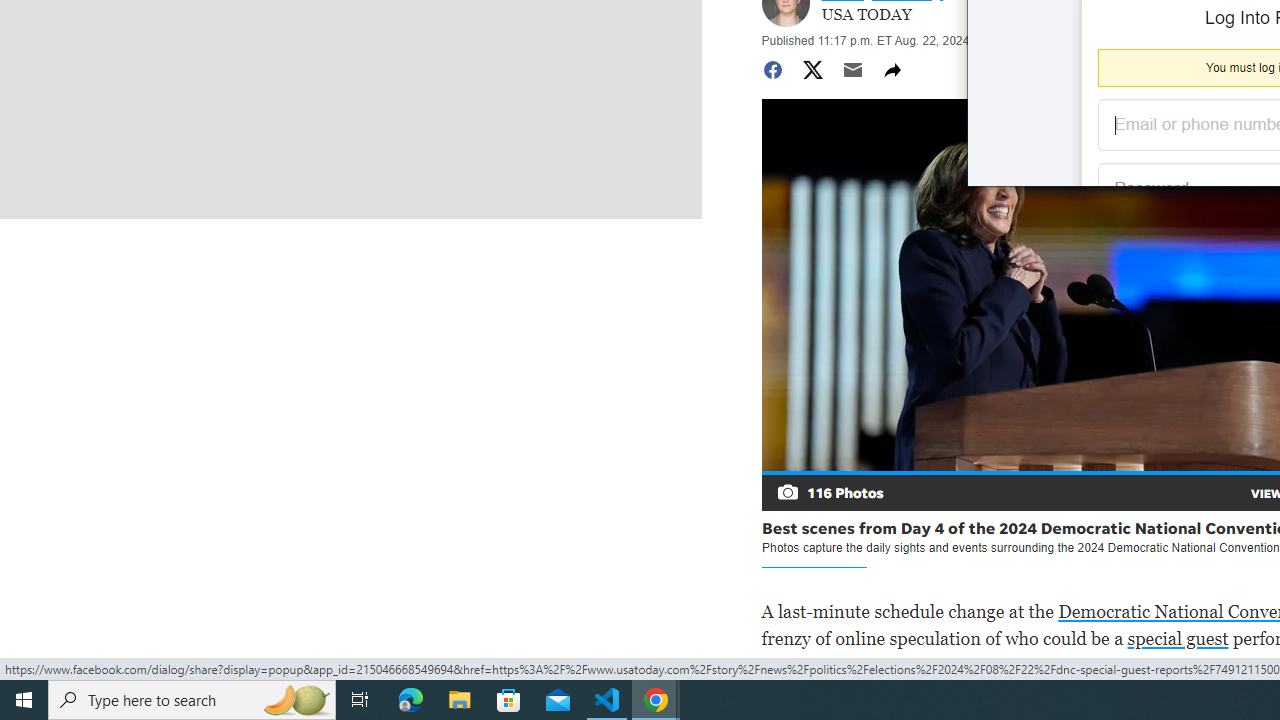 The height and width of the screenshot is (720, 1280). What do you see at coordinates (606, 698) in the screenshot?
I see `'Visual Studio Code - 1 running window'` at bounding box center [606, 698].